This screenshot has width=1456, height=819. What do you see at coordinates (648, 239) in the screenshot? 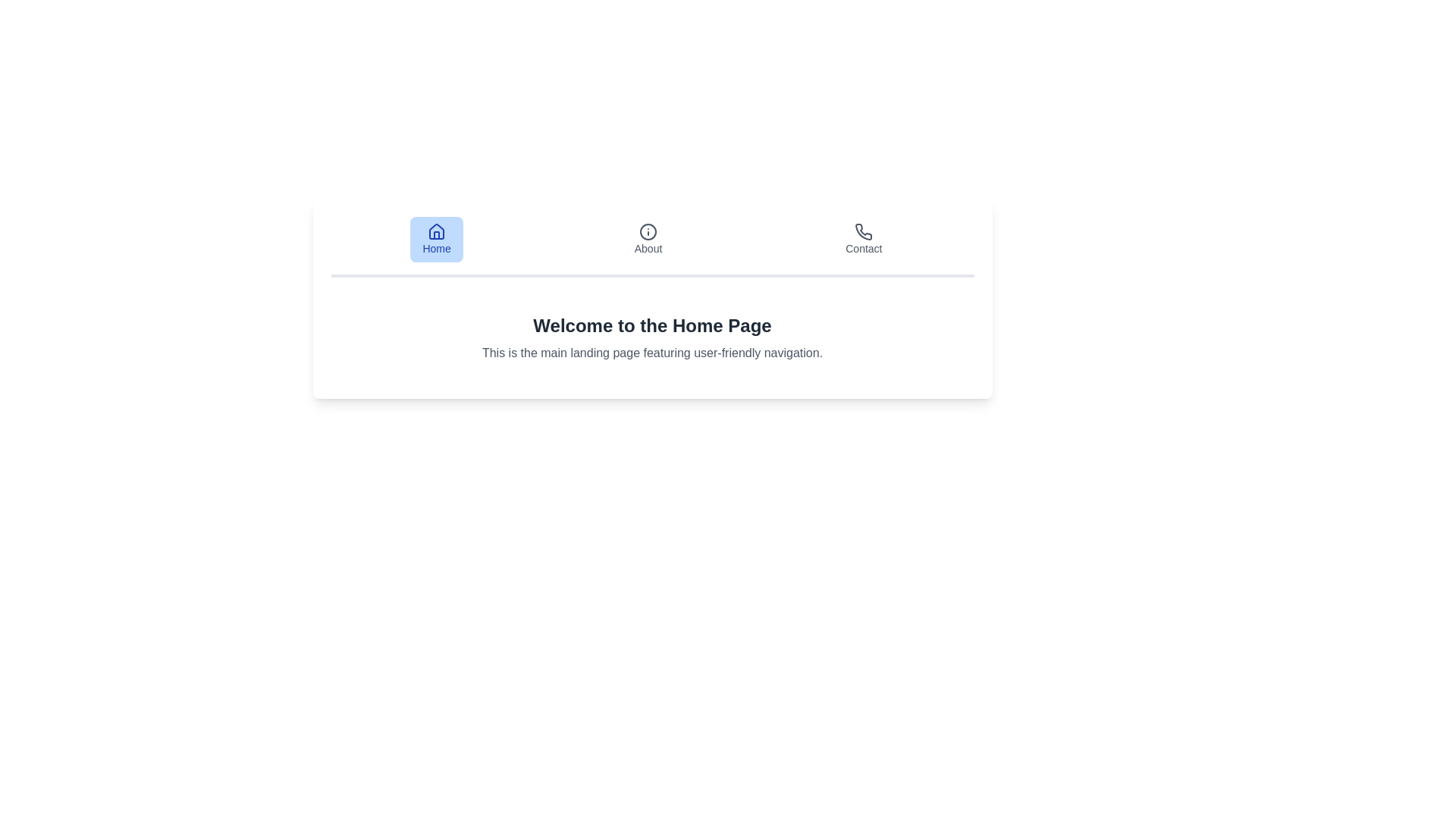
I see `the About tab to view its content` at bounding box center [648, 239].